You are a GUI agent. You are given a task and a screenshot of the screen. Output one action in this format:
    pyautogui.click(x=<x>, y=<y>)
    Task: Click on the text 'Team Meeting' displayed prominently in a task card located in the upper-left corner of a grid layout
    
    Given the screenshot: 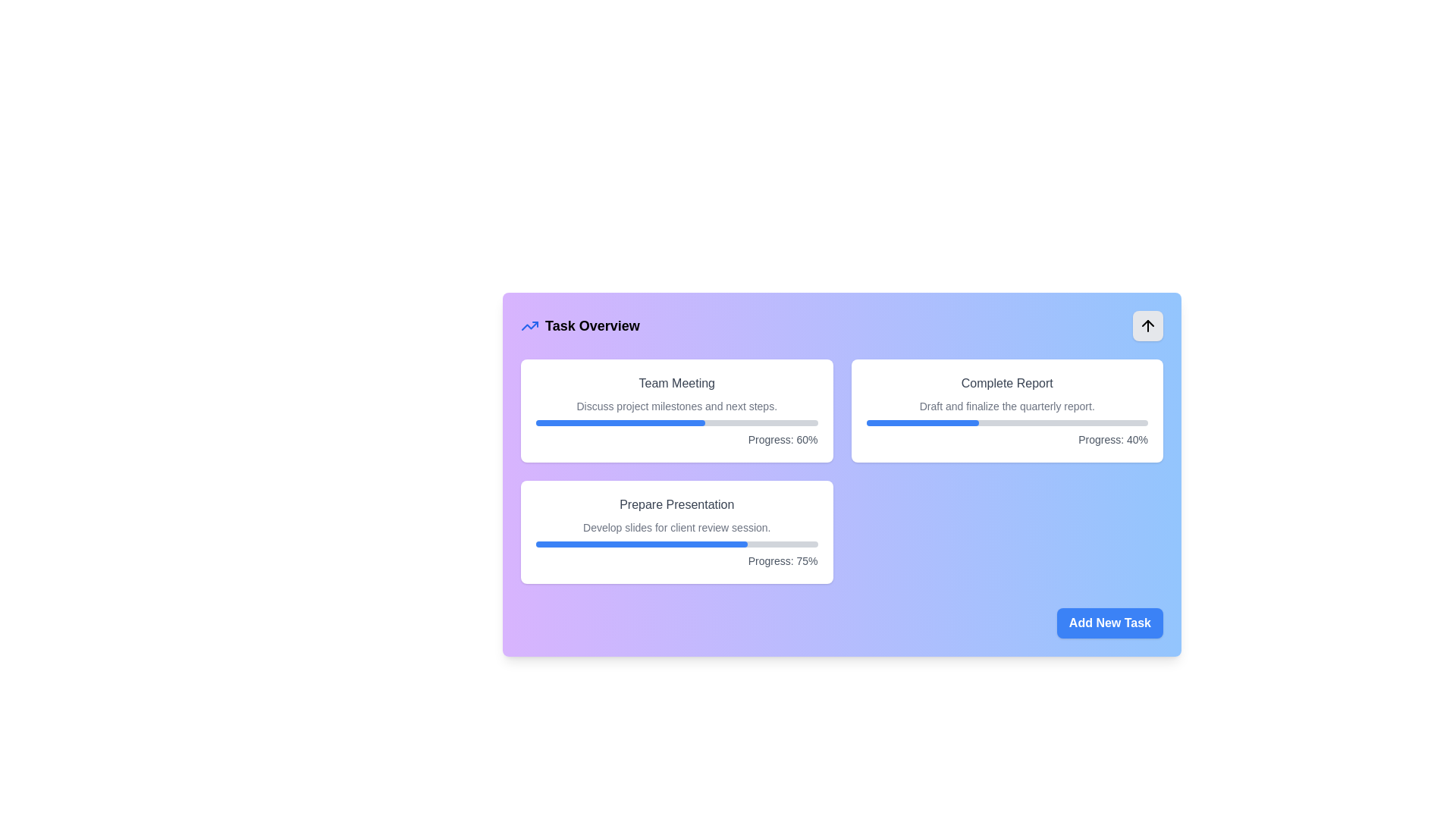 What is the action you would take?
    pyautogui.click(x=676, y=382)
    